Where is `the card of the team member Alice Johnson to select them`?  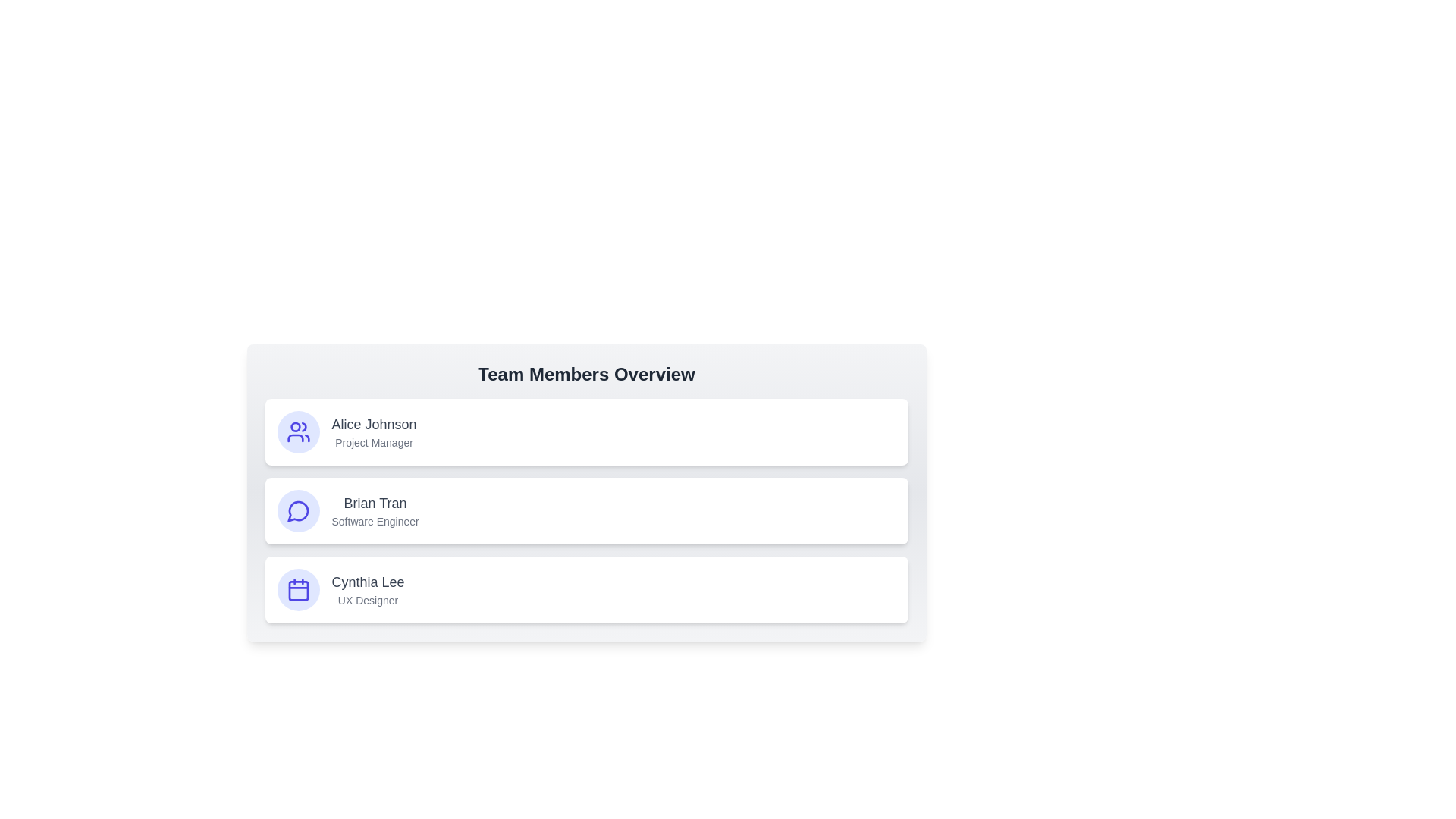
the card of the team member Alice Johnson to select them is located at coordinates (585, 432).